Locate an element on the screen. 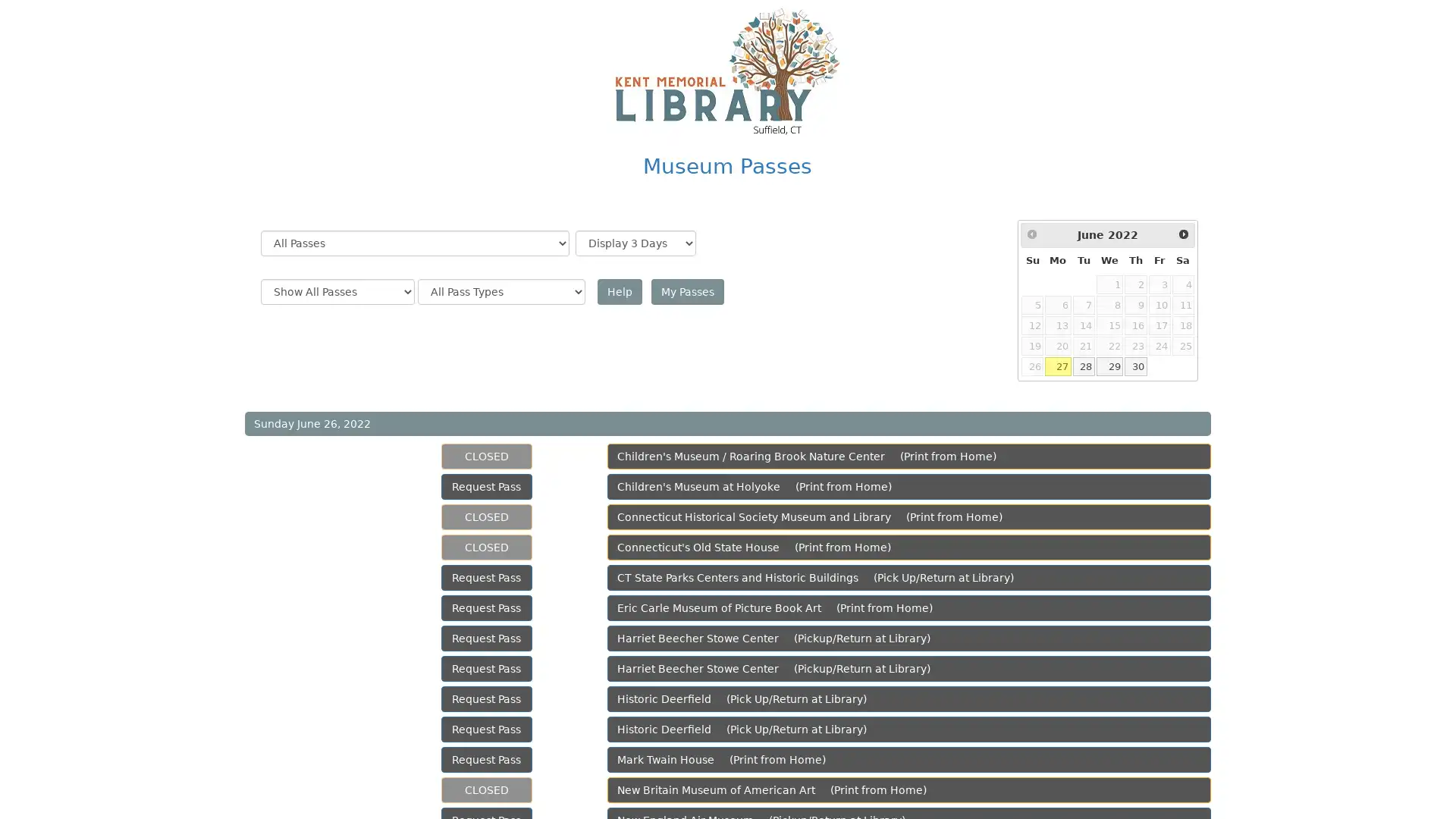 This screenshot has height=819, width=1456. Harriet Beecher Stowe Center     (Pickup/Return at Library) is located at coordinates (908, 638).